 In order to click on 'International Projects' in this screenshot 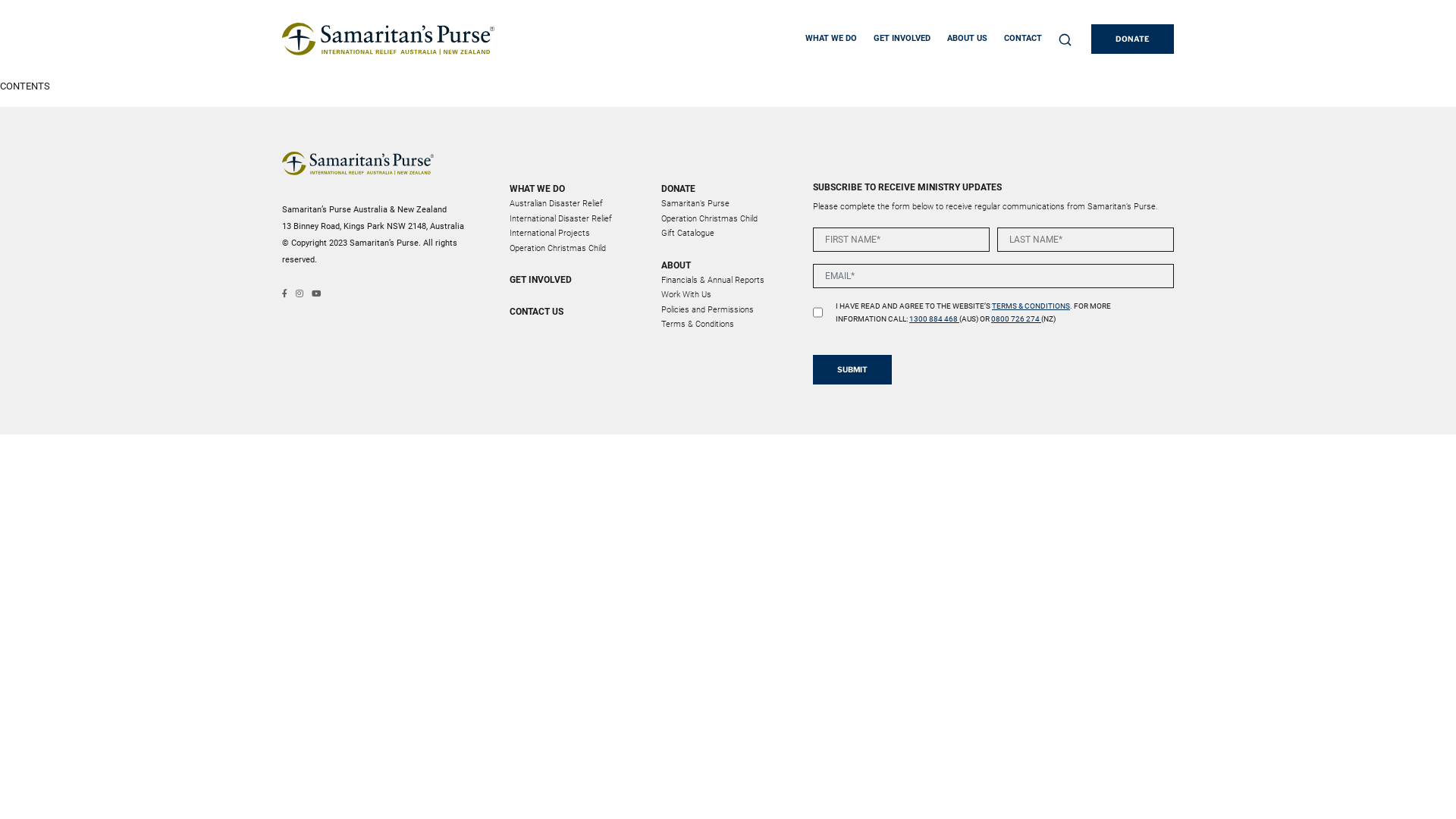, I will do `click(548, 233)`.